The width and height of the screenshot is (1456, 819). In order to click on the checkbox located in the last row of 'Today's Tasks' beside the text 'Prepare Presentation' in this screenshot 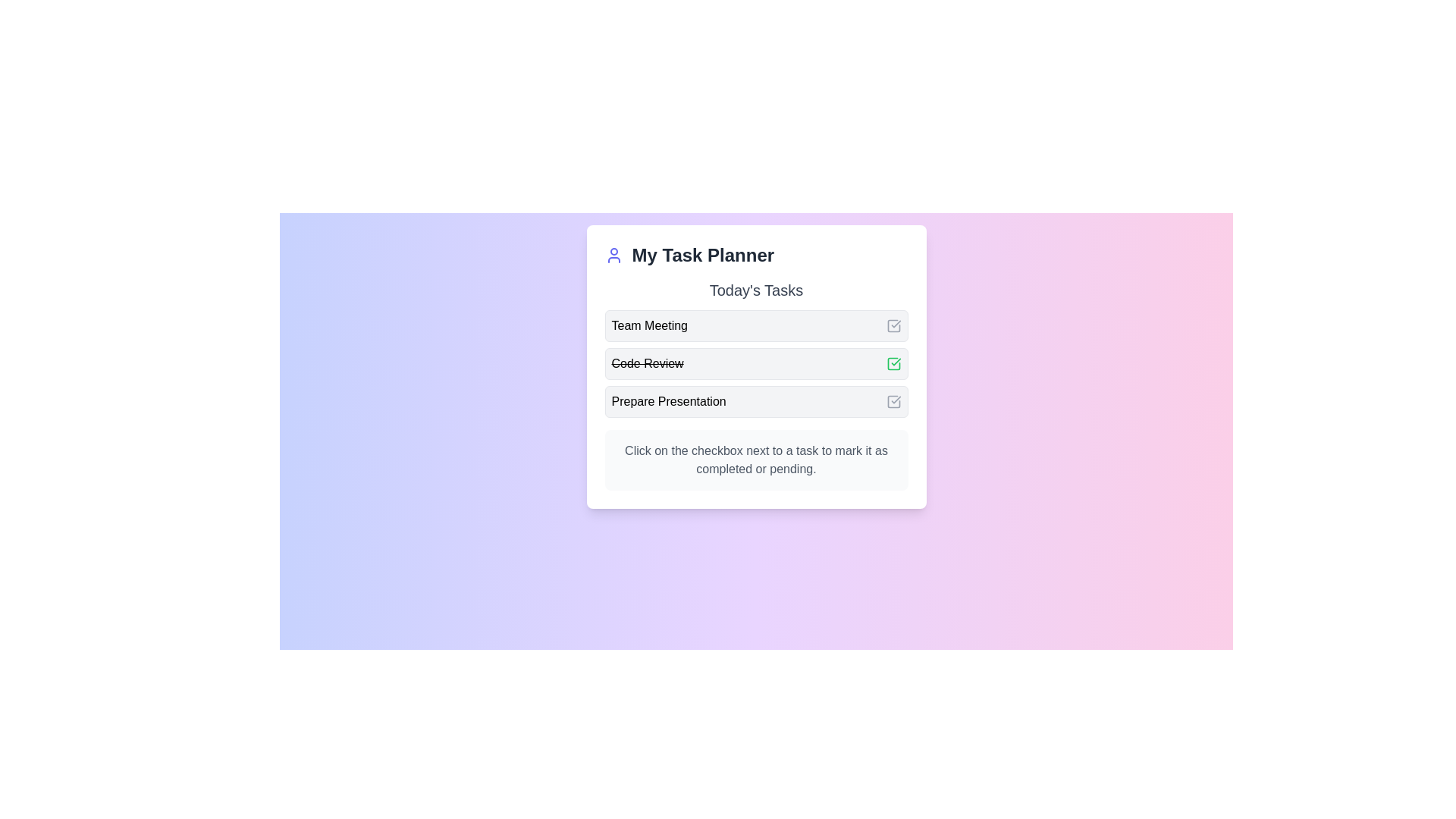, I will do `click(893, 400)`.